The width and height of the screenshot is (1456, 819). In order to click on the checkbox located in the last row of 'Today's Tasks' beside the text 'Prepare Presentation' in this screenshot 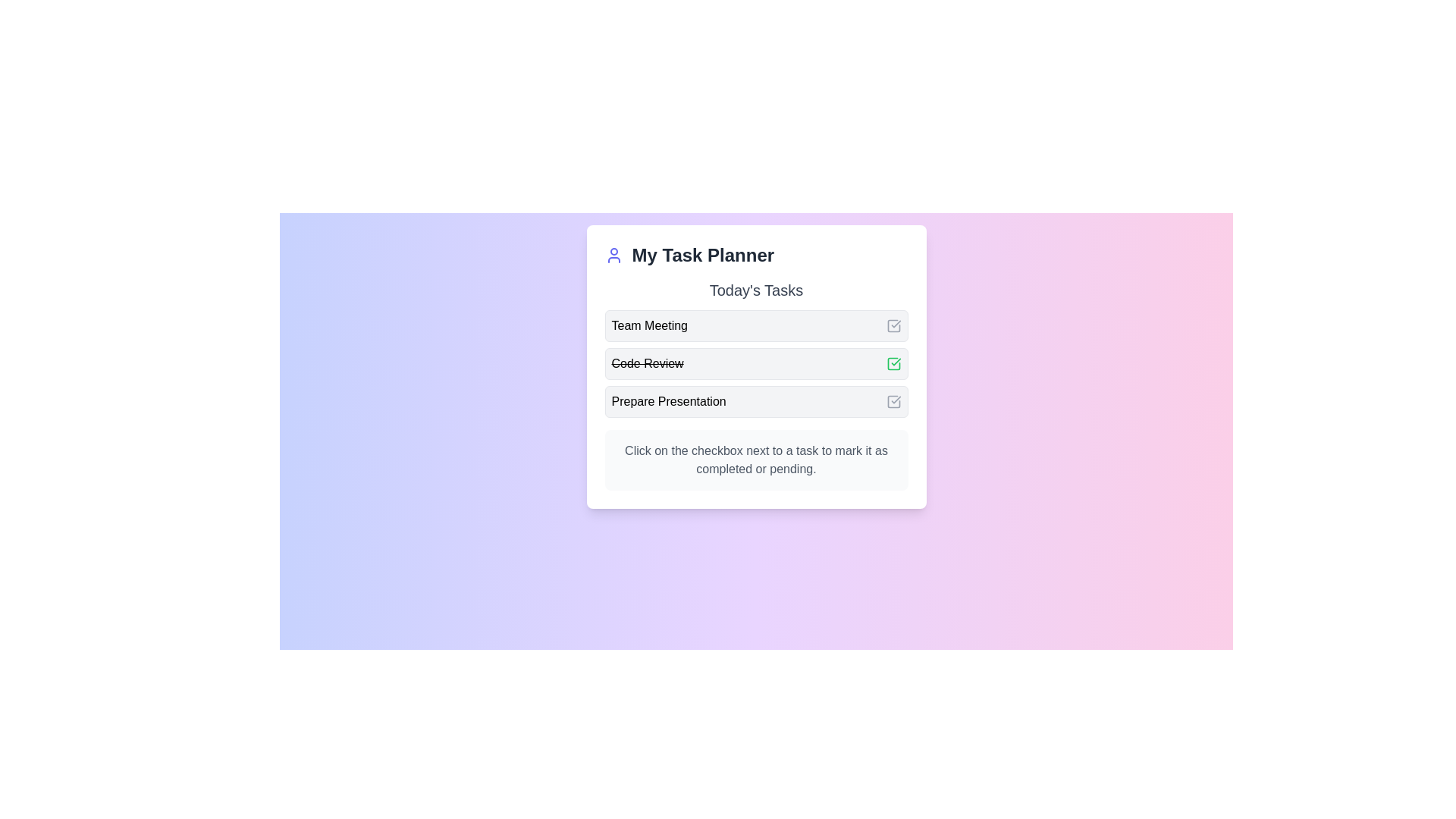, I will do `click(893, 400)`.